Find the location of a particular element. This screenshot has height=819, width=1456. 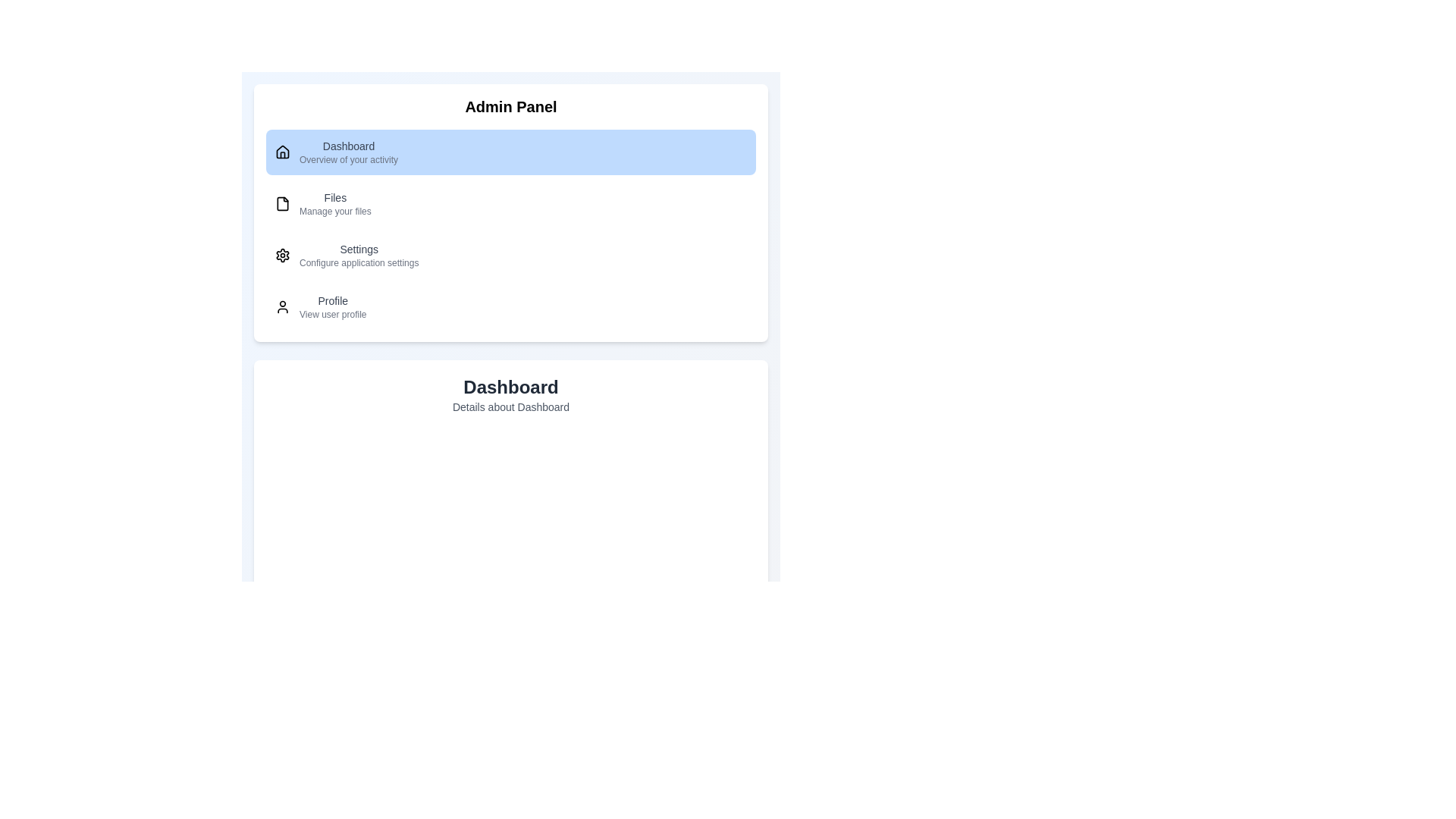

the menu item labeled Profile to highlight it is located at coordinates (510, 307).